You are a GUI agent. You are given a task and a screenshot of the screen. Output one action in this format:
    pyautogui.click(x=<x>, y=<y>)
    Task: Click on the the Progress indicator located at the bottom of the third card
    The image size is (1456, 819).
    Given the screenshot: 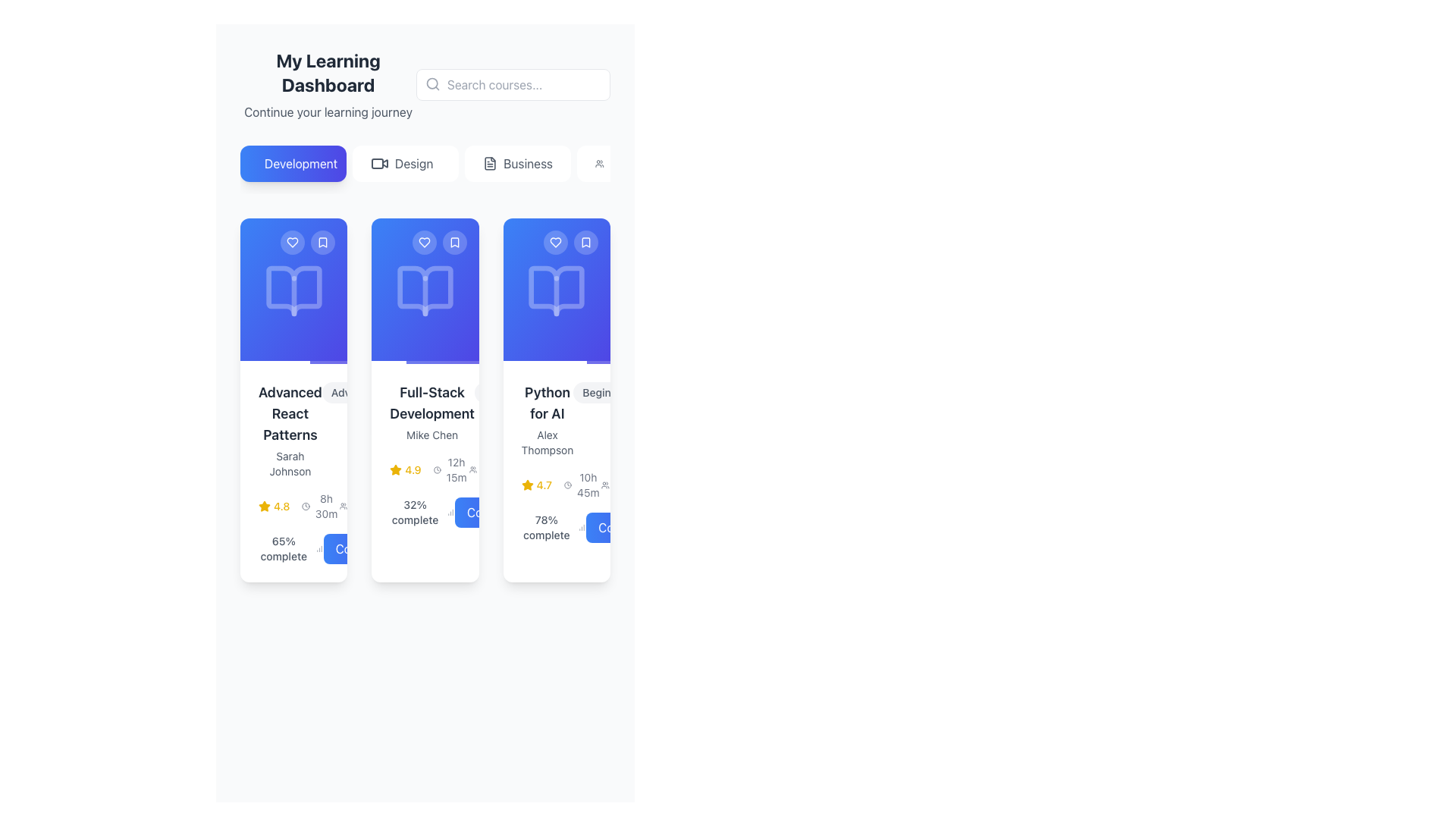 What is the action you would take?
    pyautogui.click(x=556, y=526)
    